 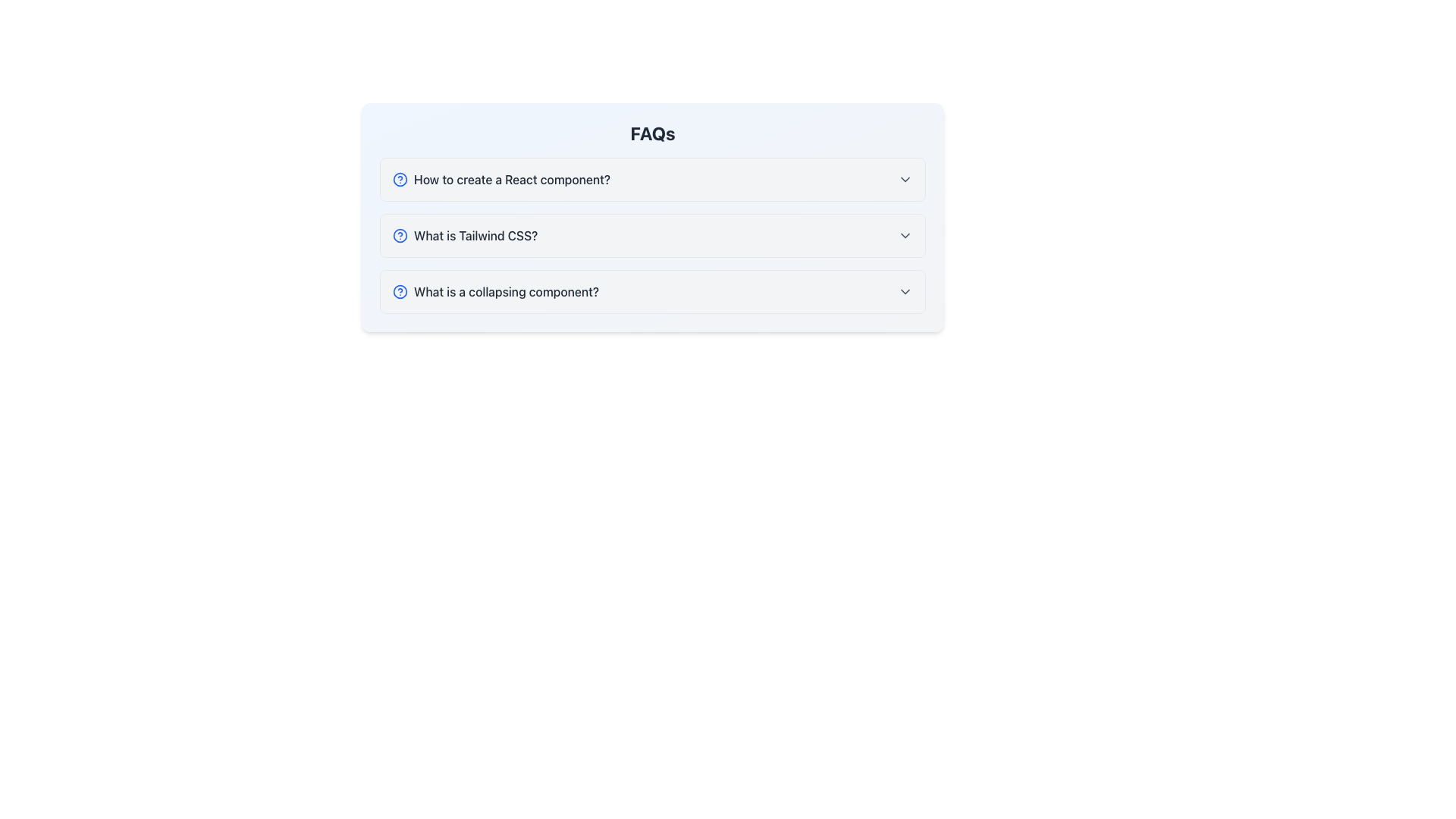 What do you see at coordinates (400, 178) in the screenshot?
I see `the first FAQ icon, which visually indicates the presence of a question related to 'How to create a React component?'` at bounding box center [400, 178].